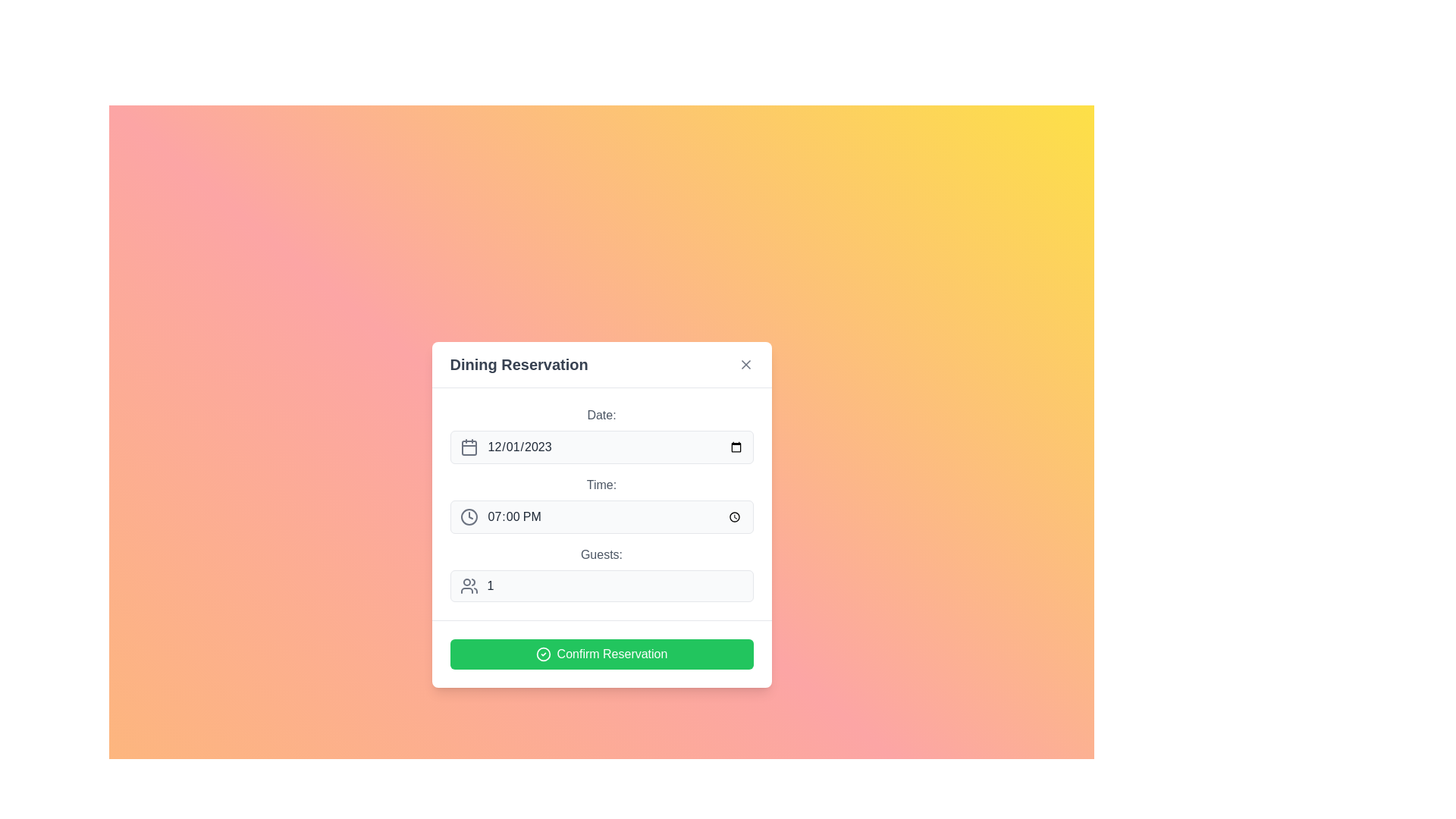 Image resolution: width=1456 pixels, height=819 pixels. Describe the element at coordinates (601, 555) in the screenshot. I see `the static text label that describes the guest count in the 'Dining Reservation' interface, which is positioned below the 'Date' and 'Time' input fields` at that location.